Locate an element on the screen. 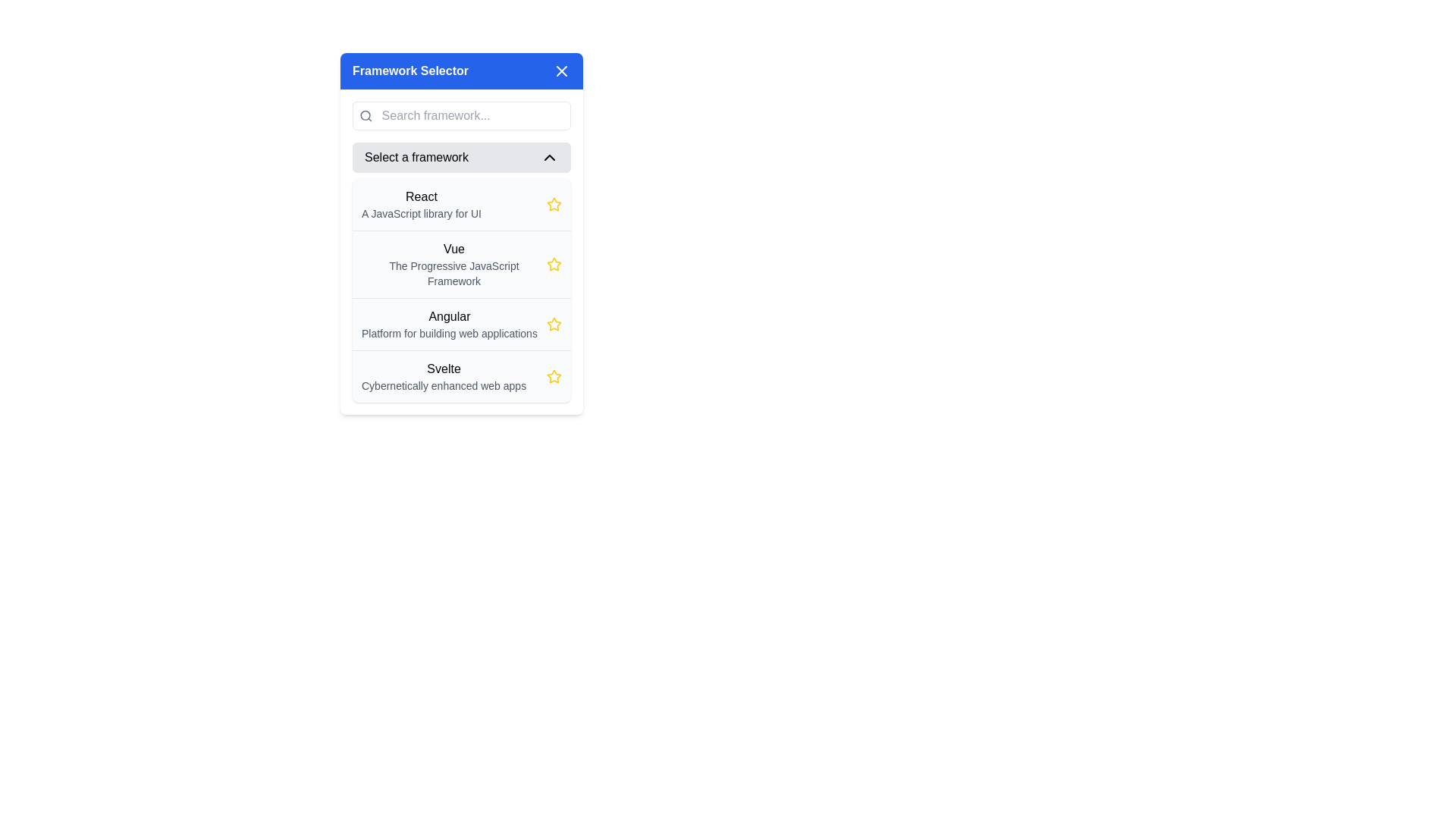  the yellow outlined star icon in the framework selector dialog next to the 'React' row to mark it as selected or starred is located at coordinates (552, 203).